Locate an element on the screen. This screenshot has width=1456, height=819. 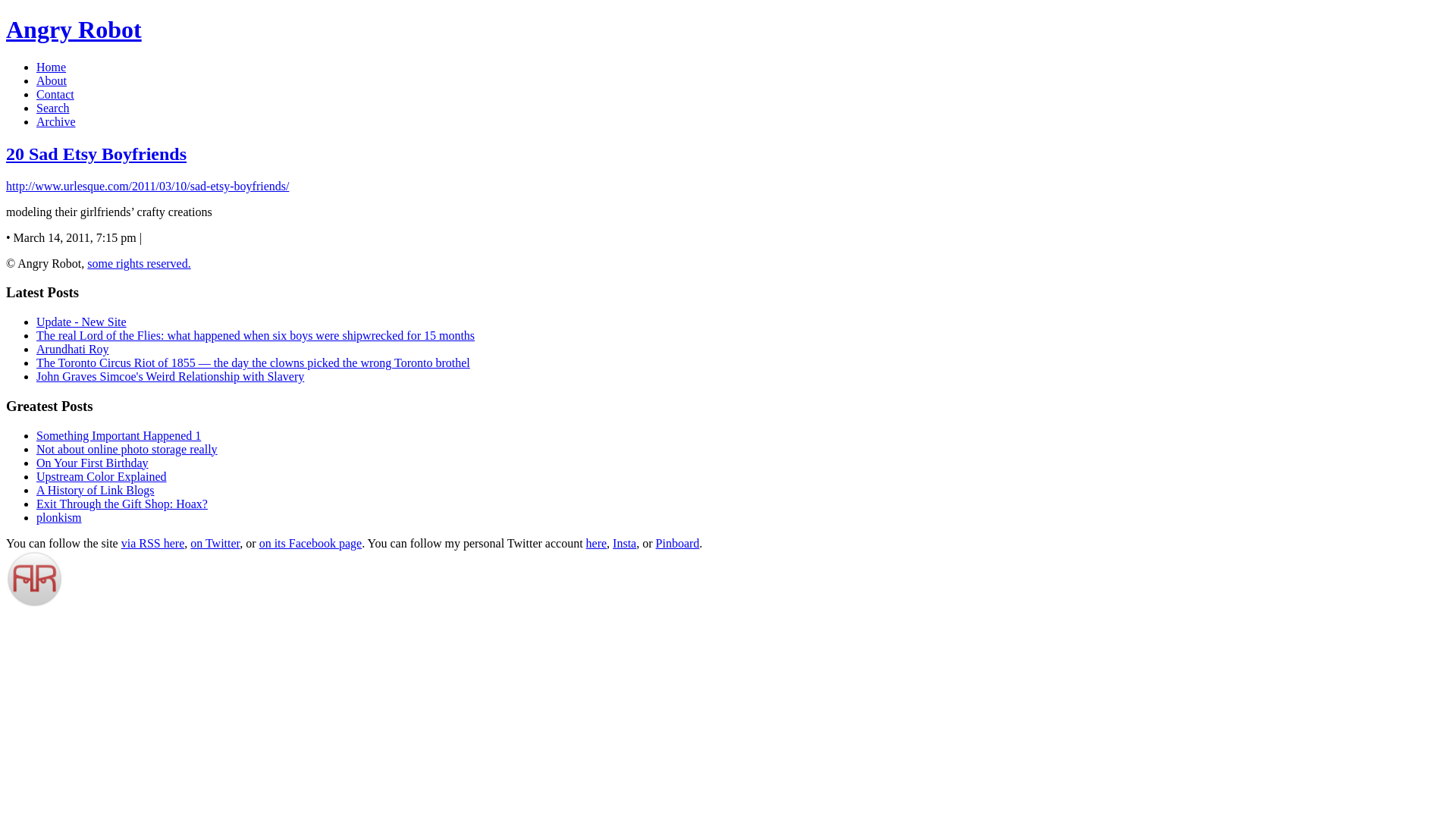
'A History of Link Blogs' is located at coordinates (94, 490).